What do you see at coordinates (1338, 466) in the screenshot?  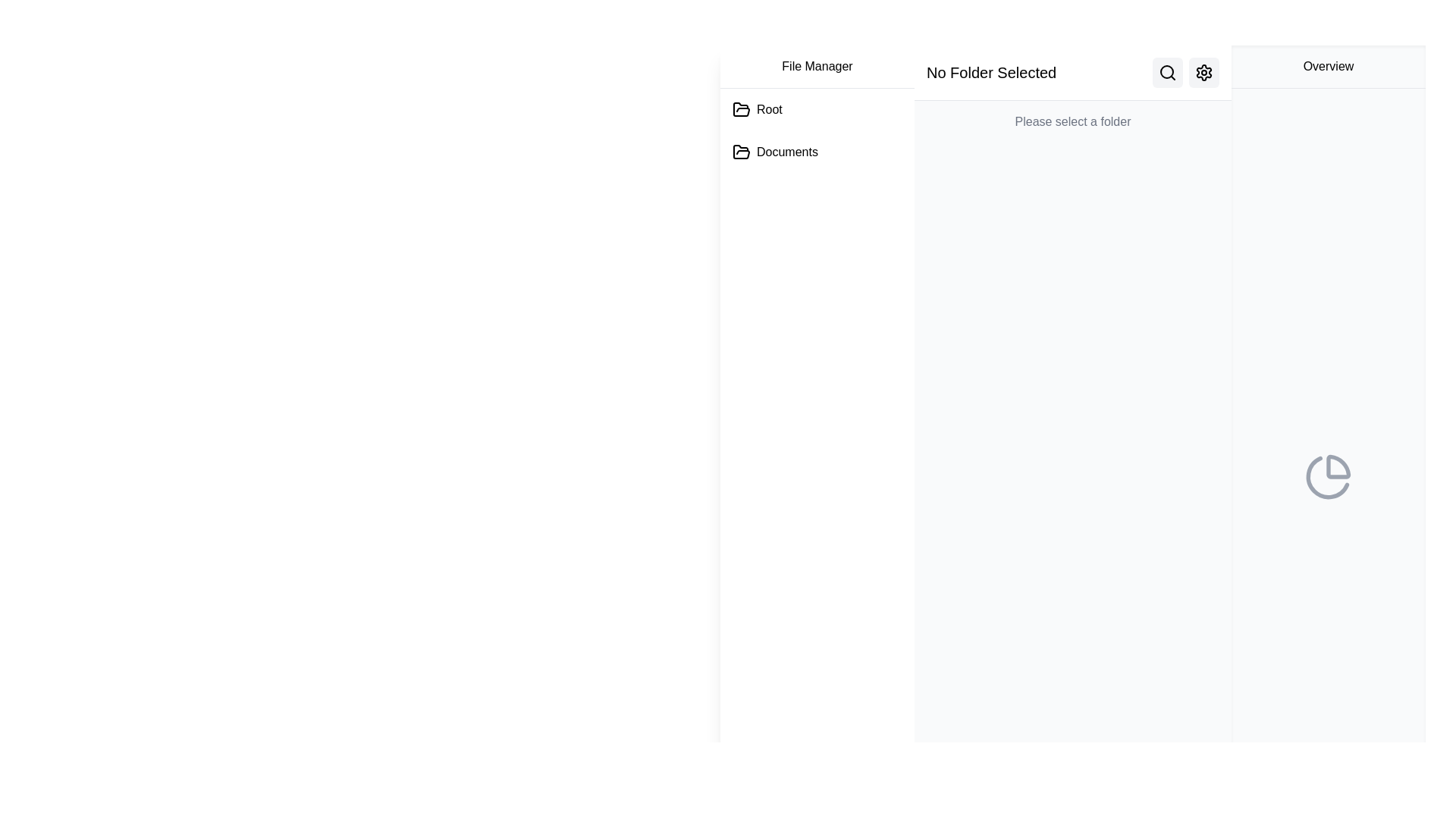 I see `the arc-shaped segment of the pie chart icon located in the top-right corner near the 'Overview' label` at bounding box center [1338, 466].